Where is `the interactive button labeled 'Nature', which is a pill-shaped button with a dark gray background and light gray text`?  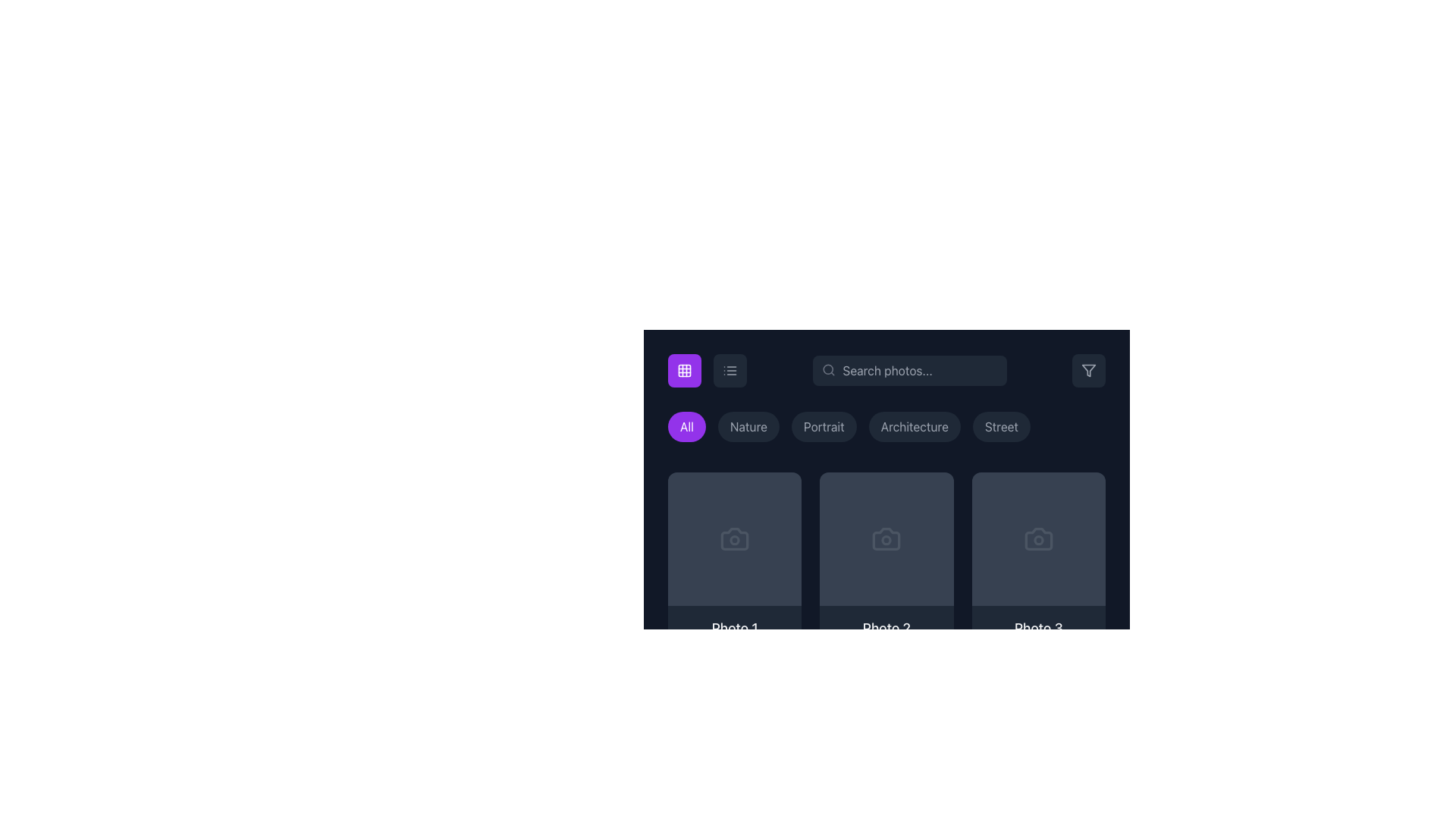 the interactive button labeled 'Nature', which is a pill-shaped button with a dark gray background and light gray text is located at coordinates (748, 427).